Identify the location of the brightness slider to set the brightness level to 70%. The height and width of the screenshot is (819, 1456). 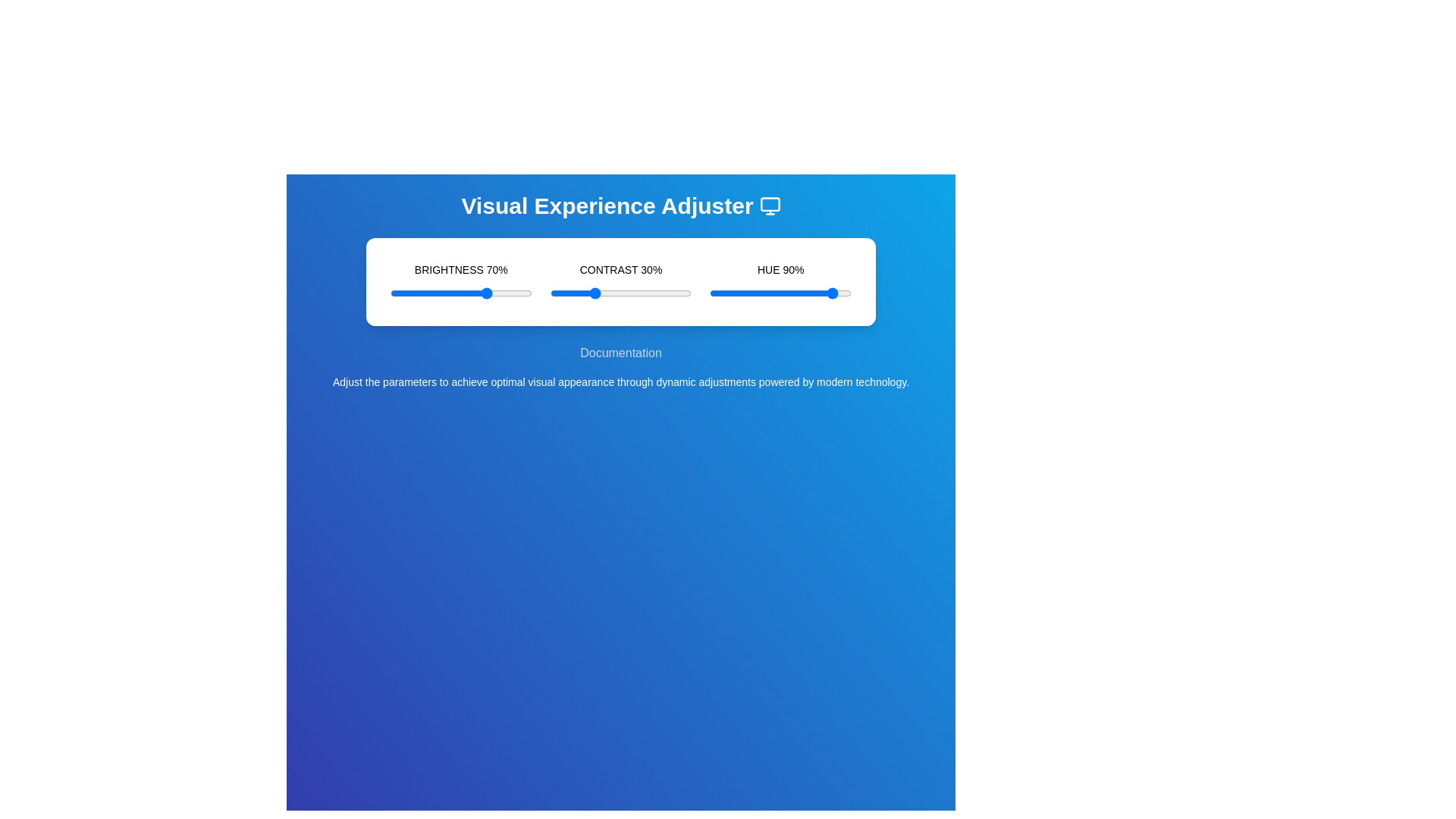
(489, 293).